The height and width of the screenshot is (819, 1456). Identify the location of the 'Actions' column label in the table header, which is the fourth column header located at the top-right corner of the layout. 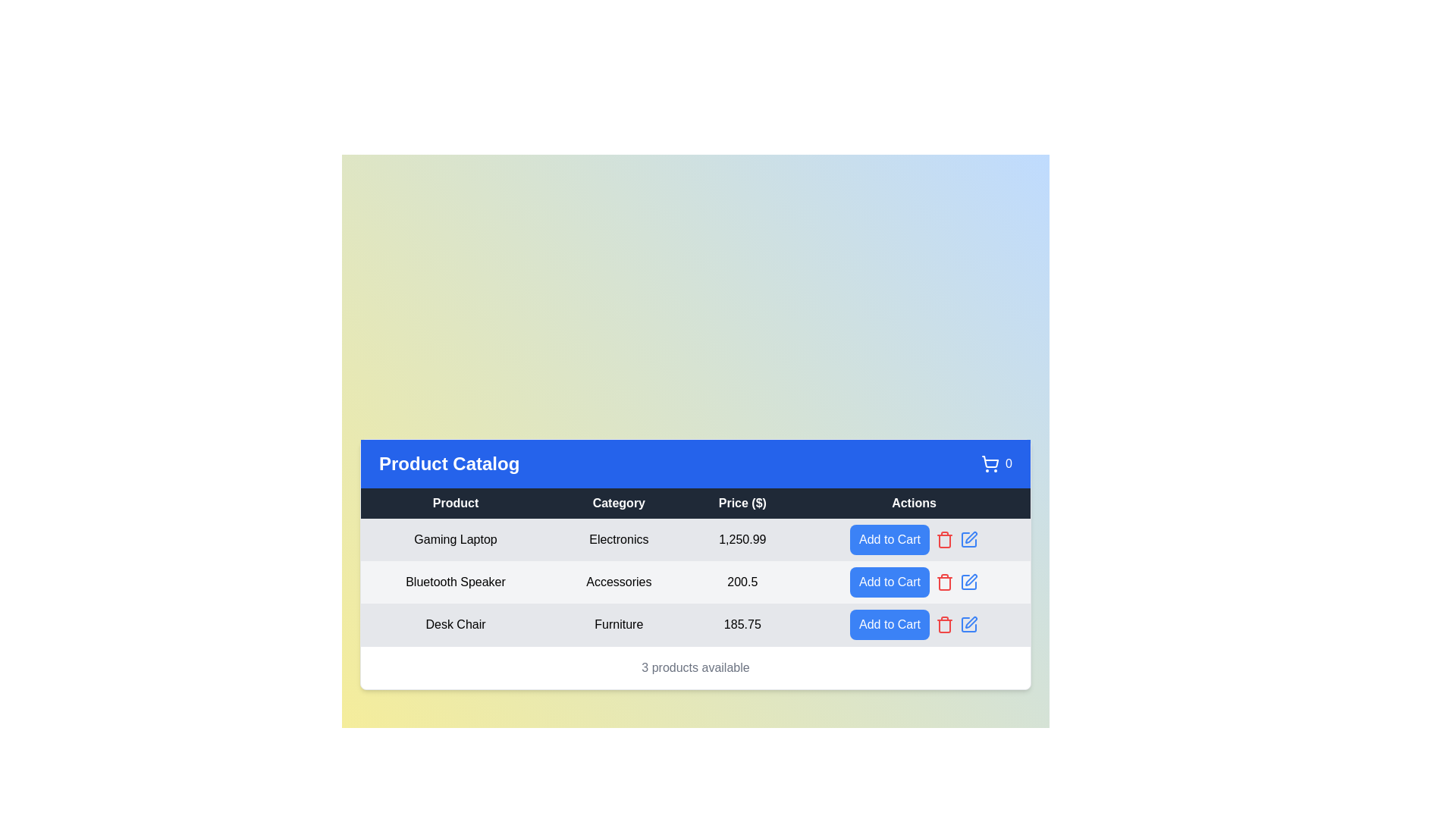
(913, 503).